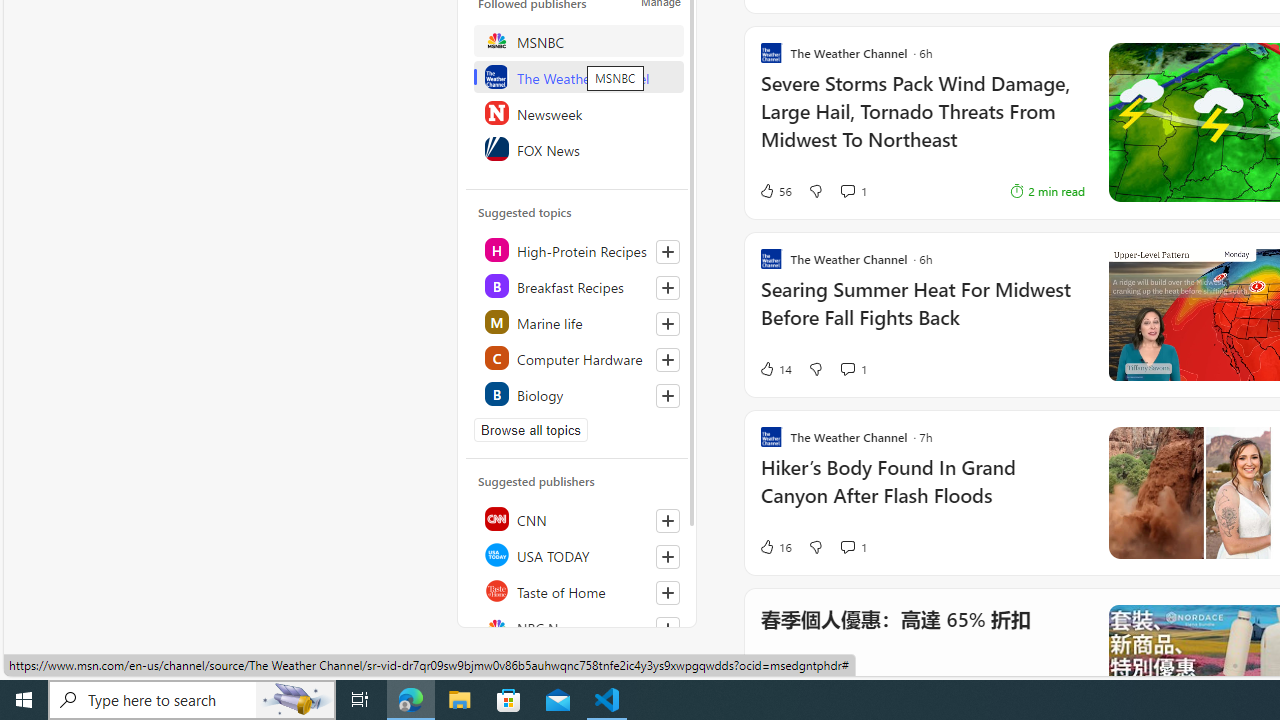 The width and height of the screenshot is (1280, 720). Describe the element at coordinates (577, 626) in the screenshot. I see `'NBC News'` at that location.